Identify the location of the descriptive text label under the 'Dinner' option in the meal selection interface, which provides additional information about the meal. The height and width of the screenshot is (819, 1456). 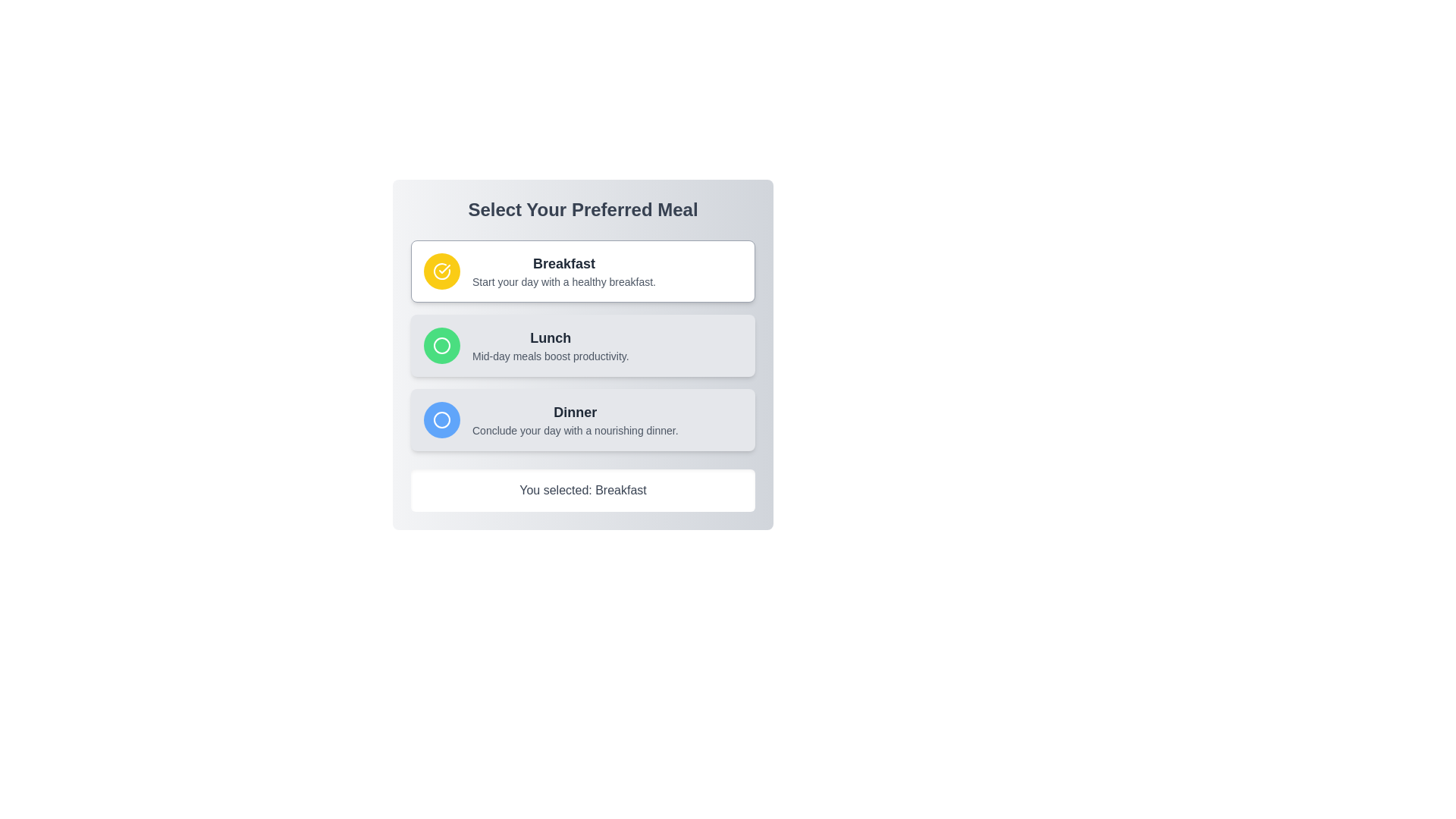
(574, 430).